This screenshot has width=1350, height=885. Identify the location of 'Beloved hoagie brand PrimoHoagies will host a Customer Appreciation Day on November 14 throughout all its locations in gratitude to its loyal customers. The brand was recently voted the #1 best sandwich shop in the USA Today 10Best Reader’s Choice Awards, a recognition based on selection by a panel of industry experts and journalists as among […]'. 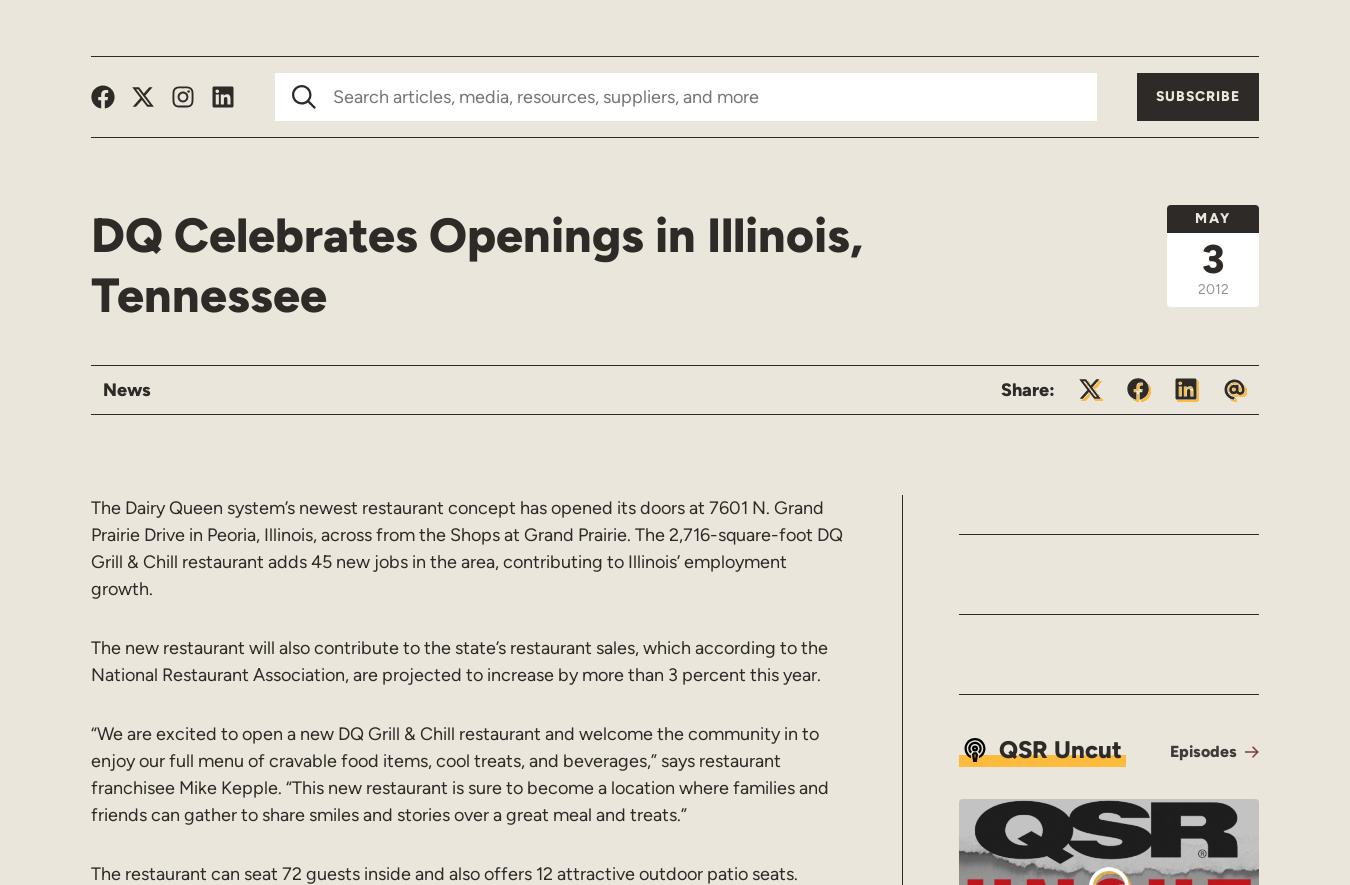
(1125, 586).